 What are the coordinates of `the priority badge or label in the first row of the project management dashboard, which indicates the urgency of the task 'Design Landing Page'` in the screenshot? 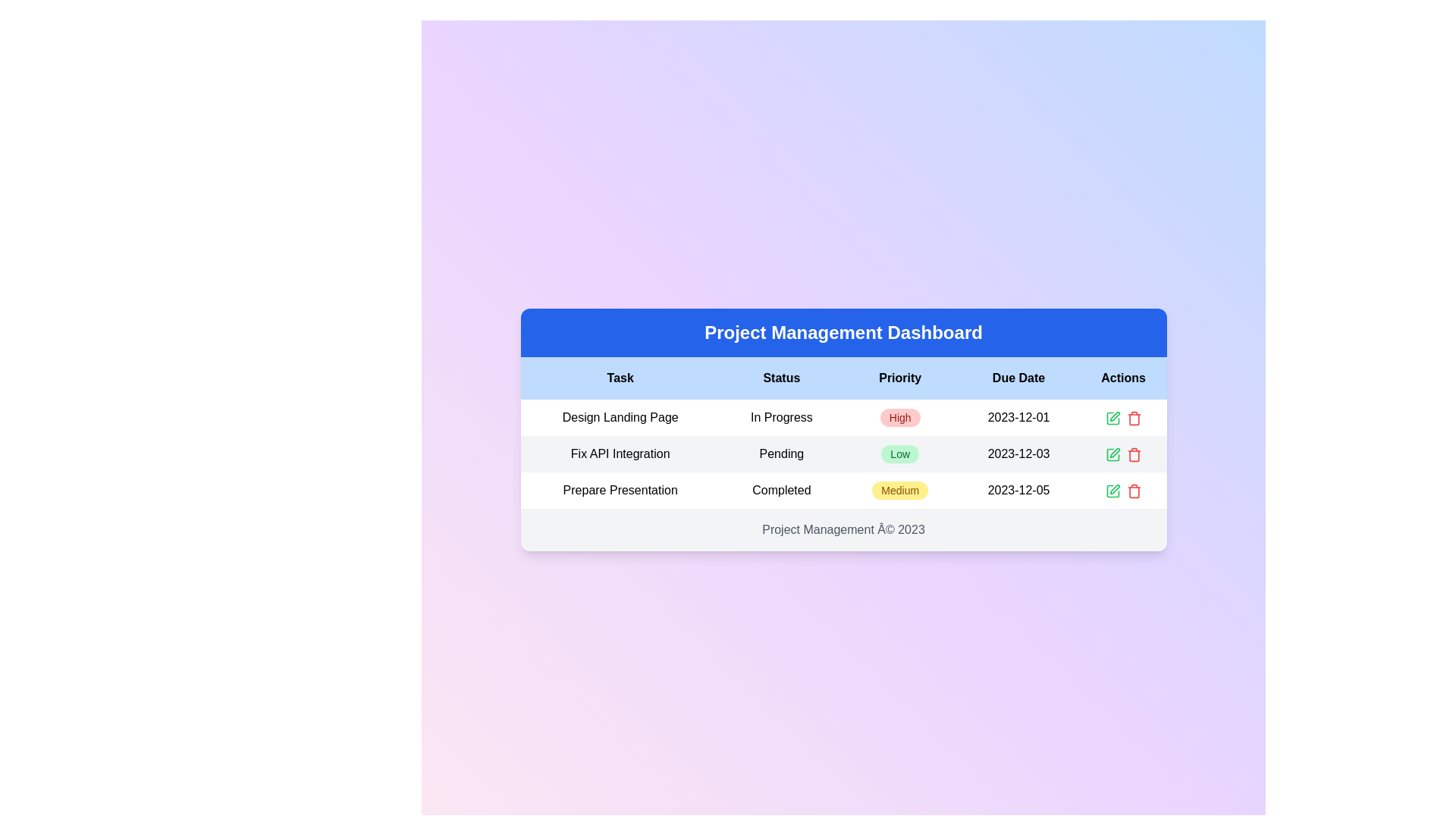 It's located at (900, 418).